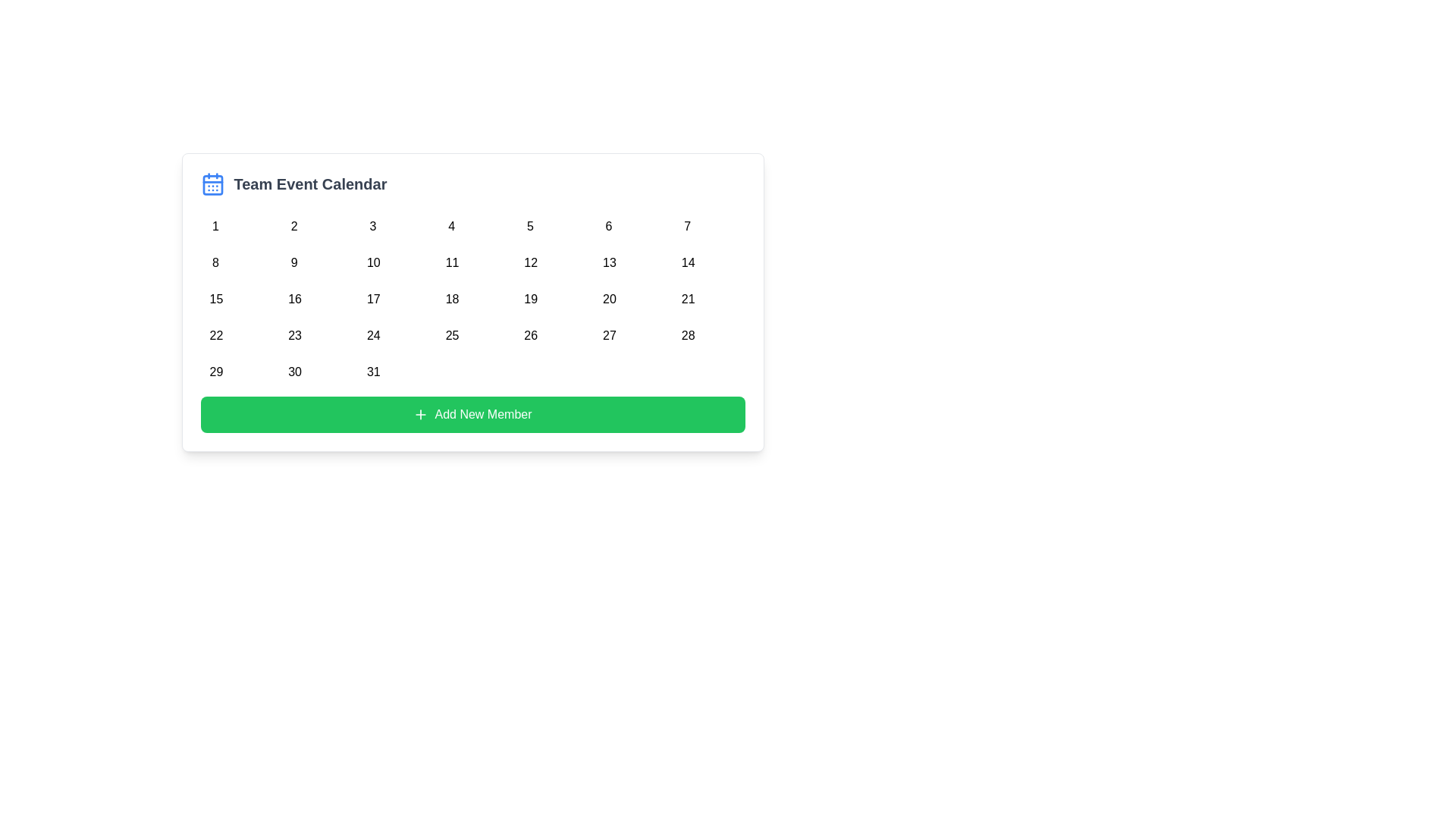 This screenshot has width=1456, height=819. Describe the element at coordinates (472, 296) in the screenshot. I see `the central date button in the month calendar grid` at that location.